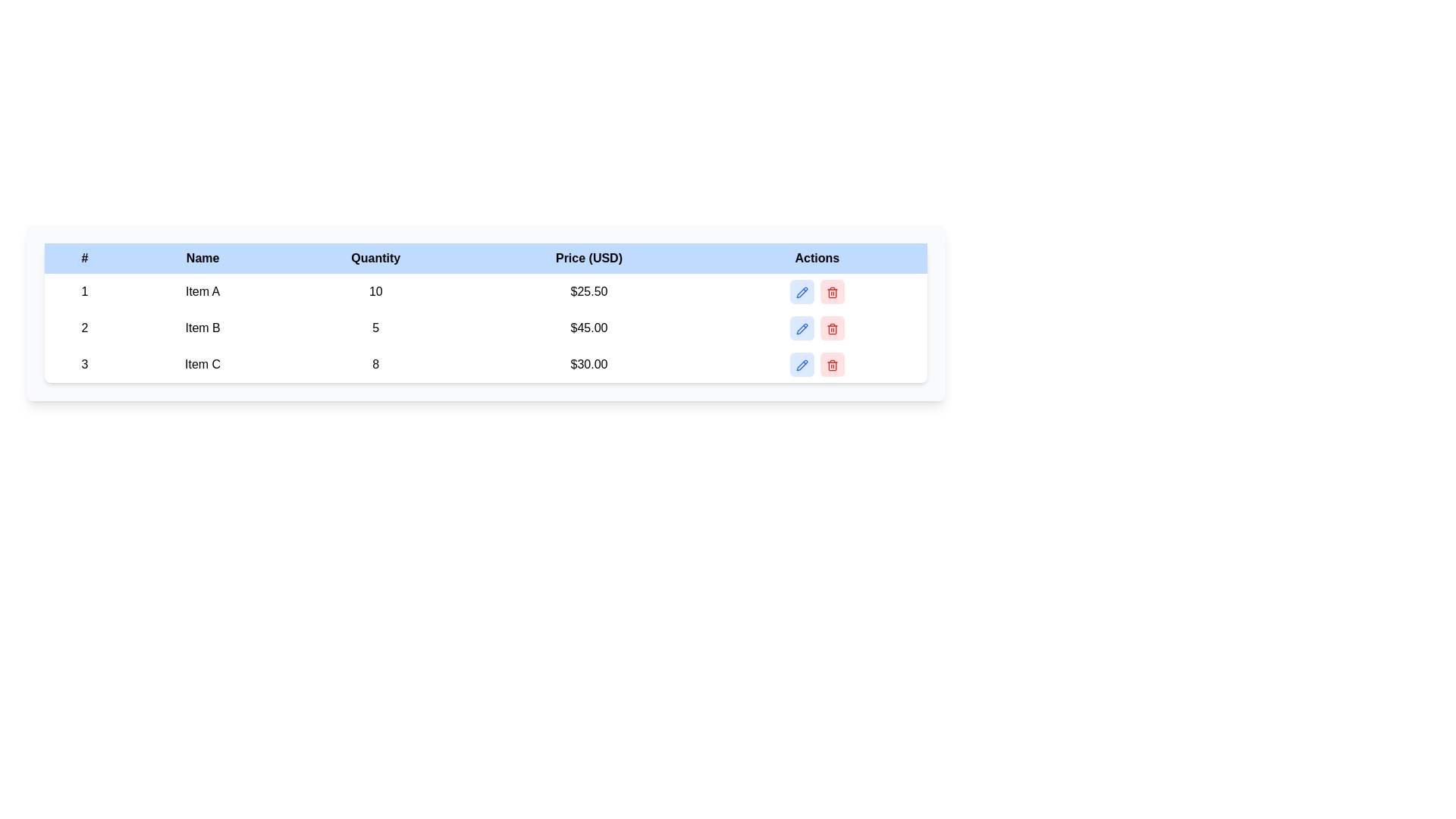 The height and width of the screenshot is (819, 1456). Describe the element at coordinates (831, 327) in the screenshot. I see `the delete button with an icon in the 'Actions' column of the second row to initiate the deletion process for the corresponding item` at that location.